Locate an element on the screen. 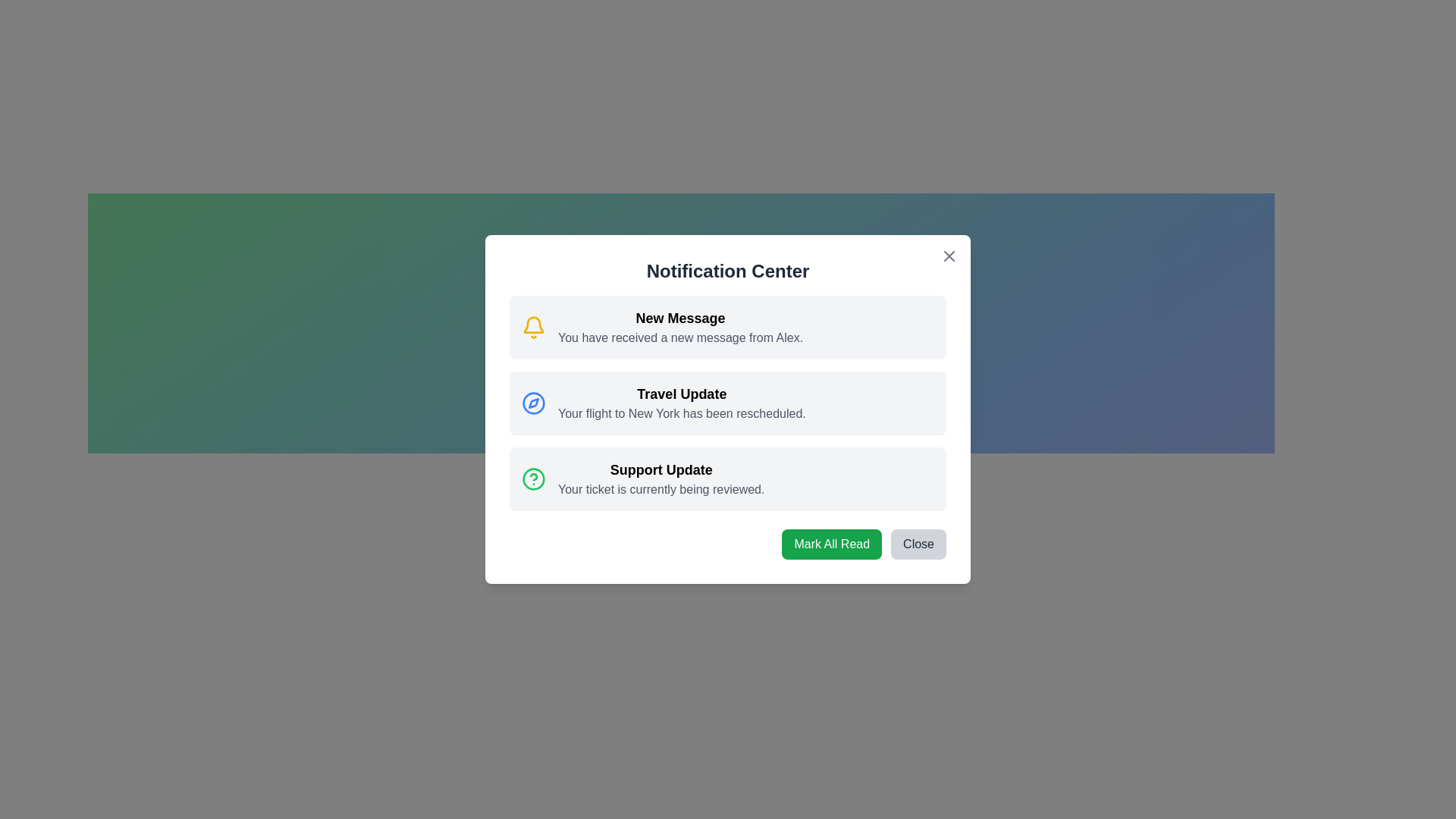 The image size is (1456, 819). the title text of the third notification item, which is positioned above descriptive text and below other notifications in the vertically stacked list is located at coordinates (661, 469).